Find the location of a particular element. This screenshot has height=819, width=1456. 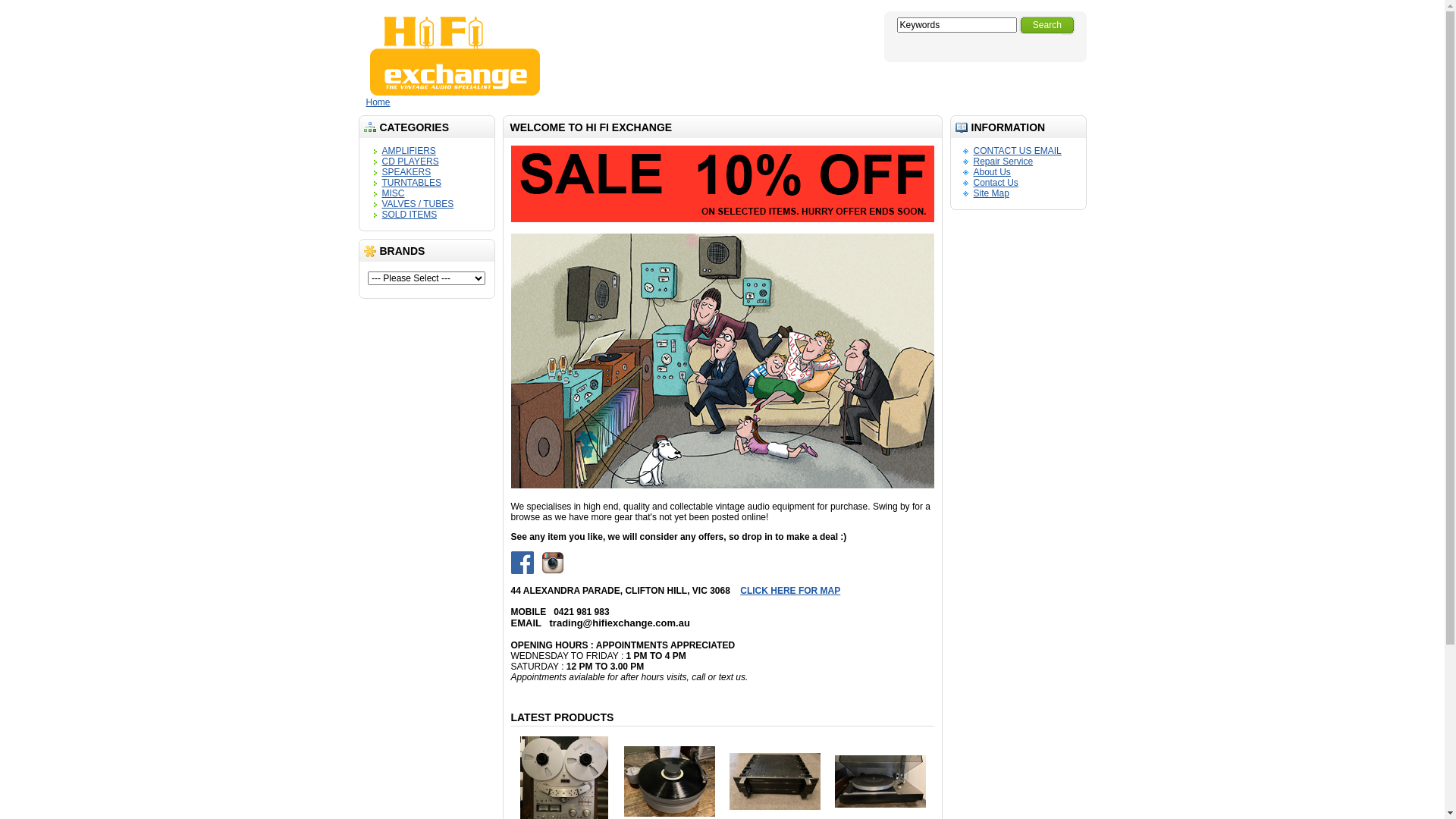

'CONTACT US EMAIL' is located at coordinates (1018, 151).